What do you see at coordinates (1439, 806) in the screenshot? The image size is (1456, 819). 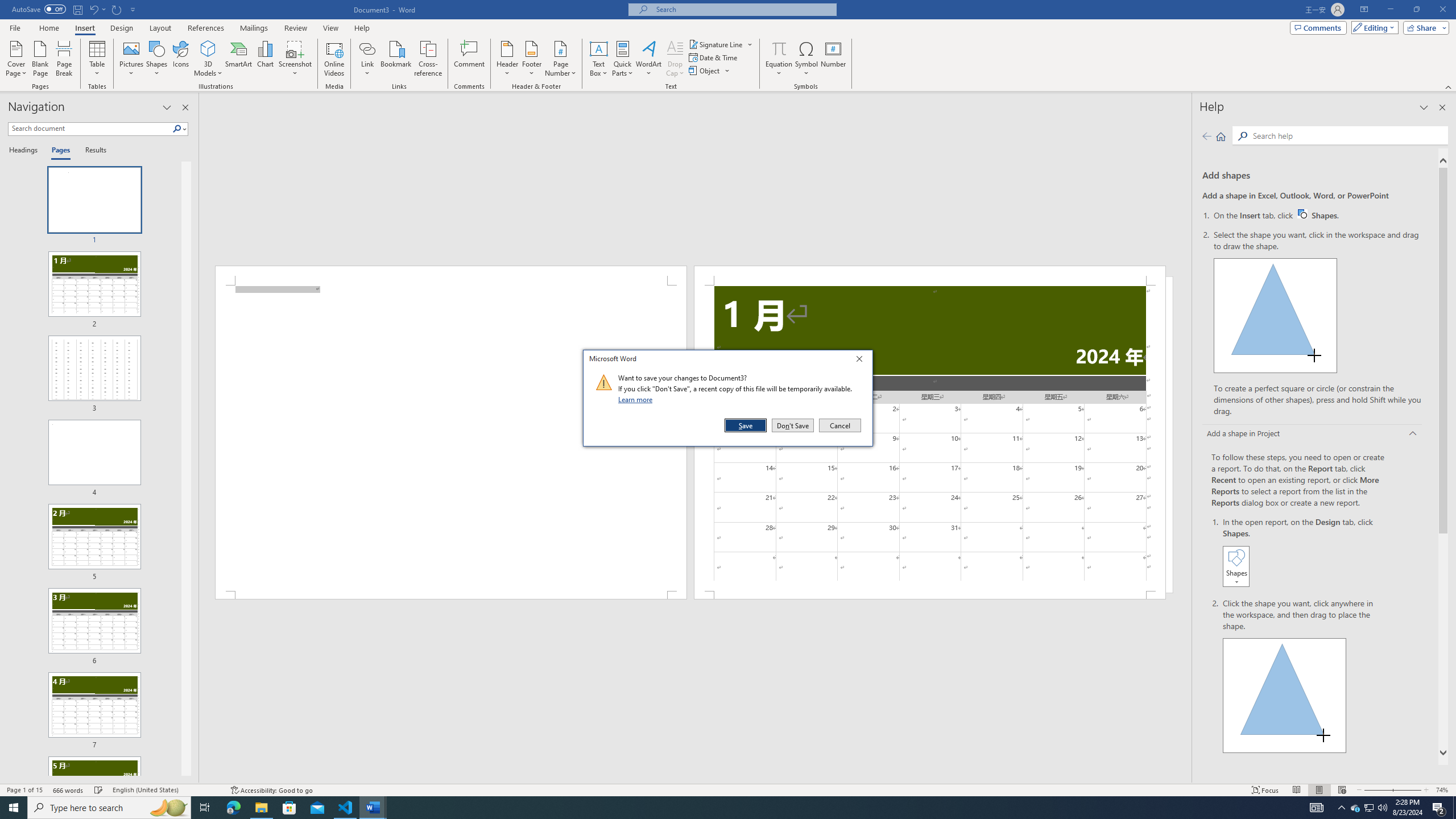 I see `'Action Center, 2 new notifications'` at bounding box center [1439, 806].